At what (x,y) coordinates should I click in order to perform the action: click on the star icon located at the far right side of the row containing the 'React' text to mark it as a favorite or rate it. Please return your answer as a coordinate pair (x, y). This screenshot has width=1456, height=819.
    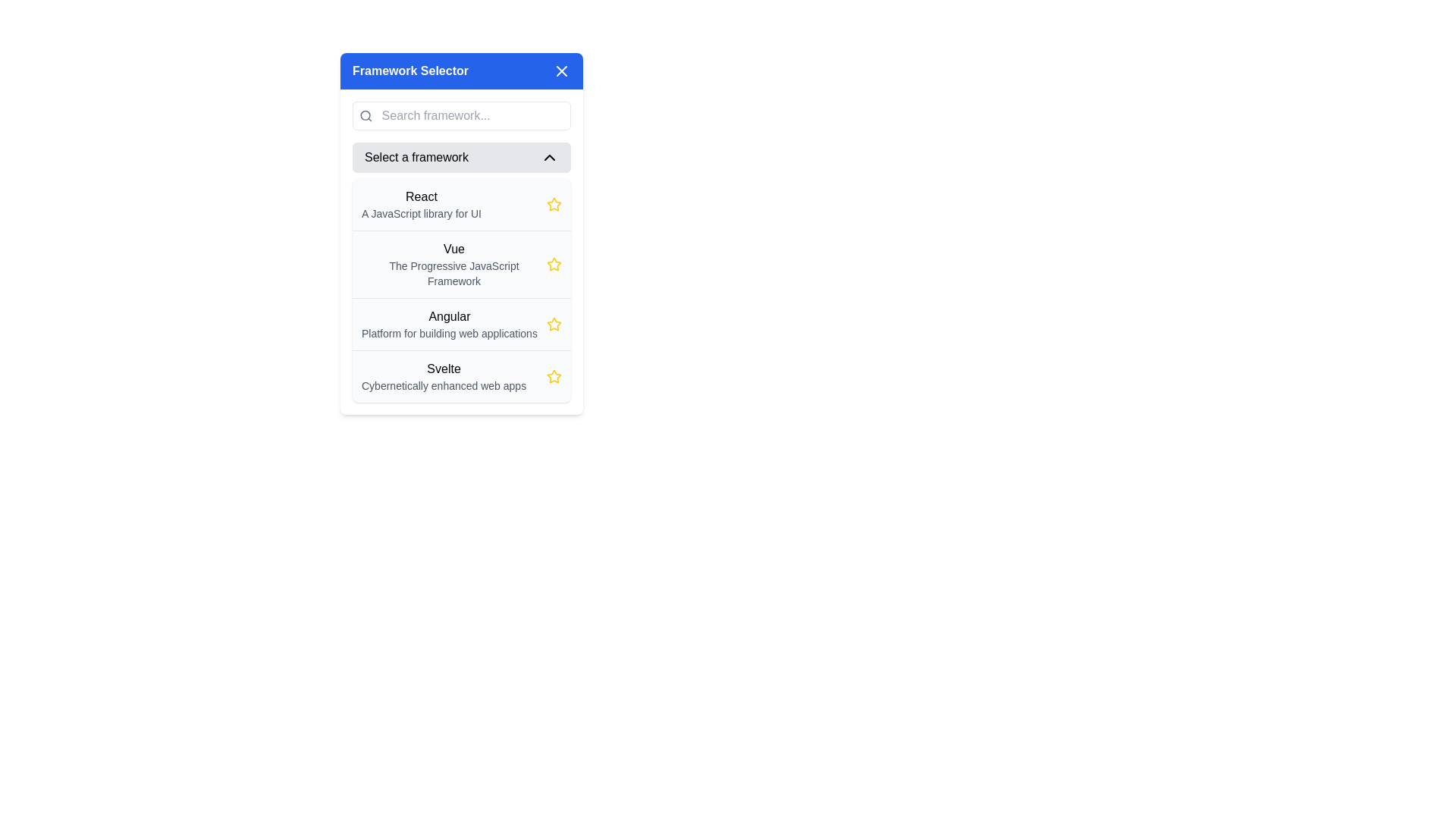
    Looking at the image, I should click on (553, 205).